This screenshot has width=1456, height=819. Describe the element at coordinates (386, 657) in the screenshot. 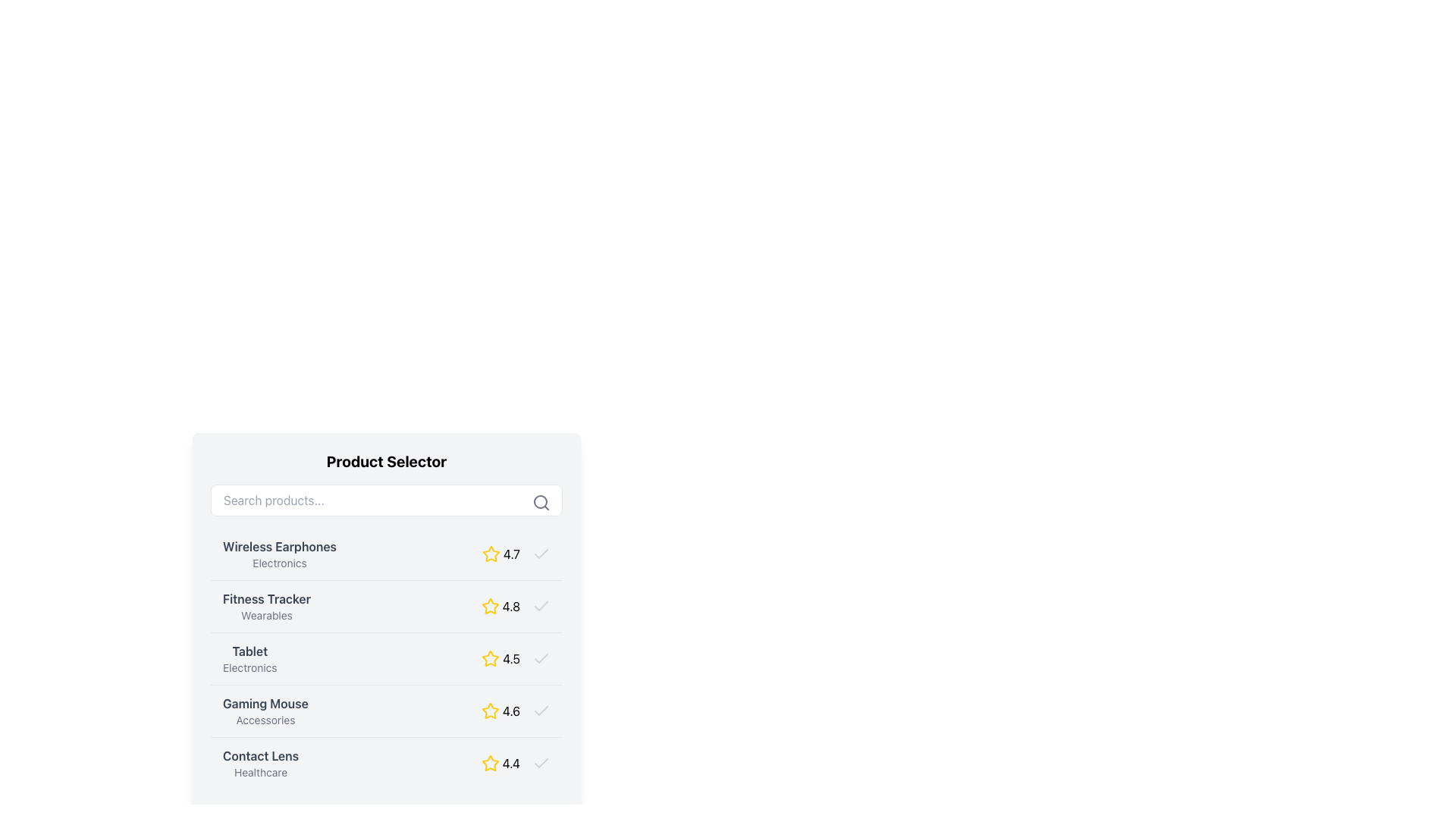

I see `the third list item titled 'Tablet' in the product selector interface` at that location.